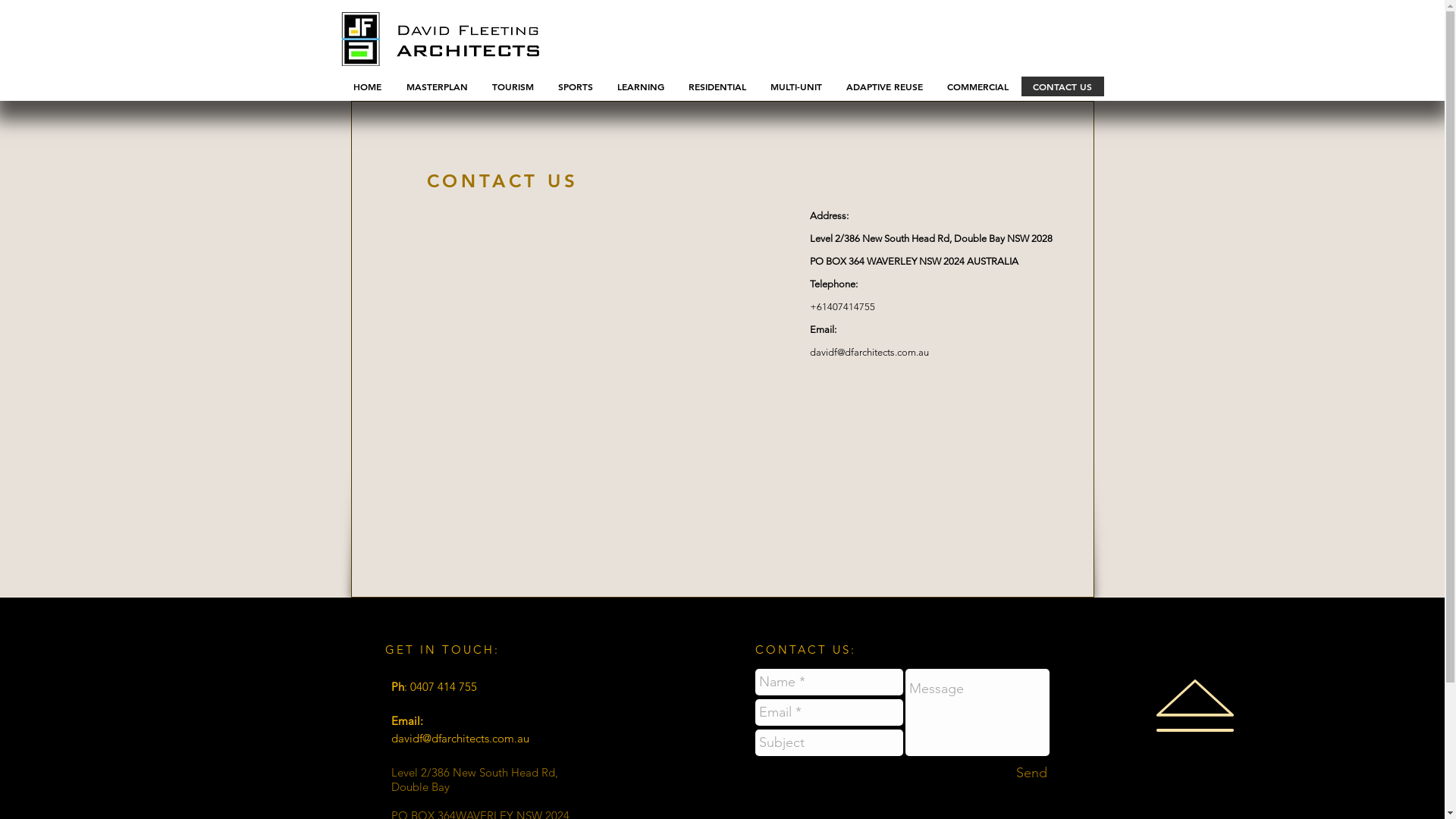 This screenshot has height=819, width=1456. Describe the element at coordinates (977, 86) in the screenshot. I see `'COMMERCIAL'` at that location.